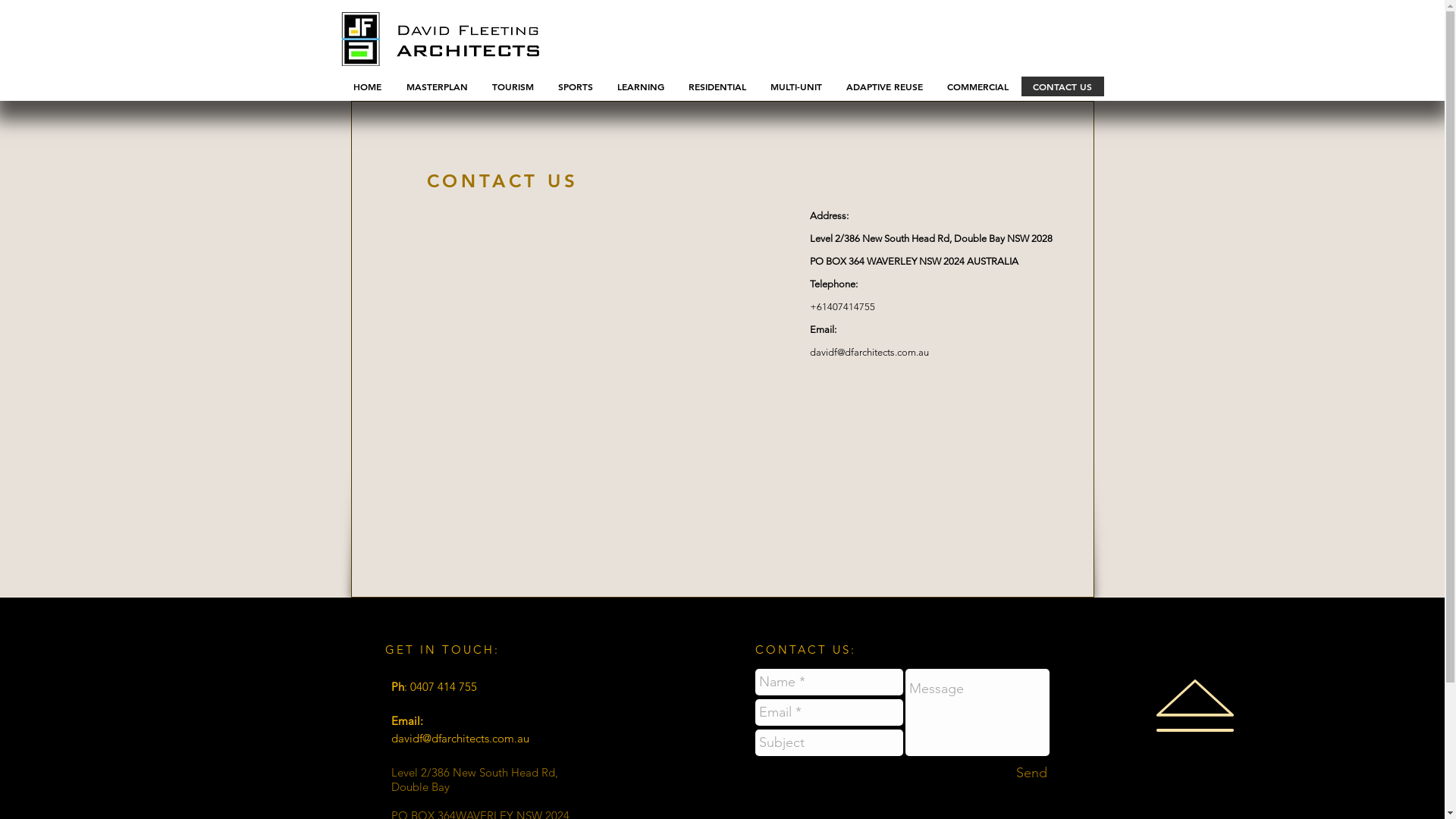 This screenshot has height=819, width=1456. Describe the element at coordinates (977, 86) in the screenshot. I see `'COMMERCIAL'` at that location.